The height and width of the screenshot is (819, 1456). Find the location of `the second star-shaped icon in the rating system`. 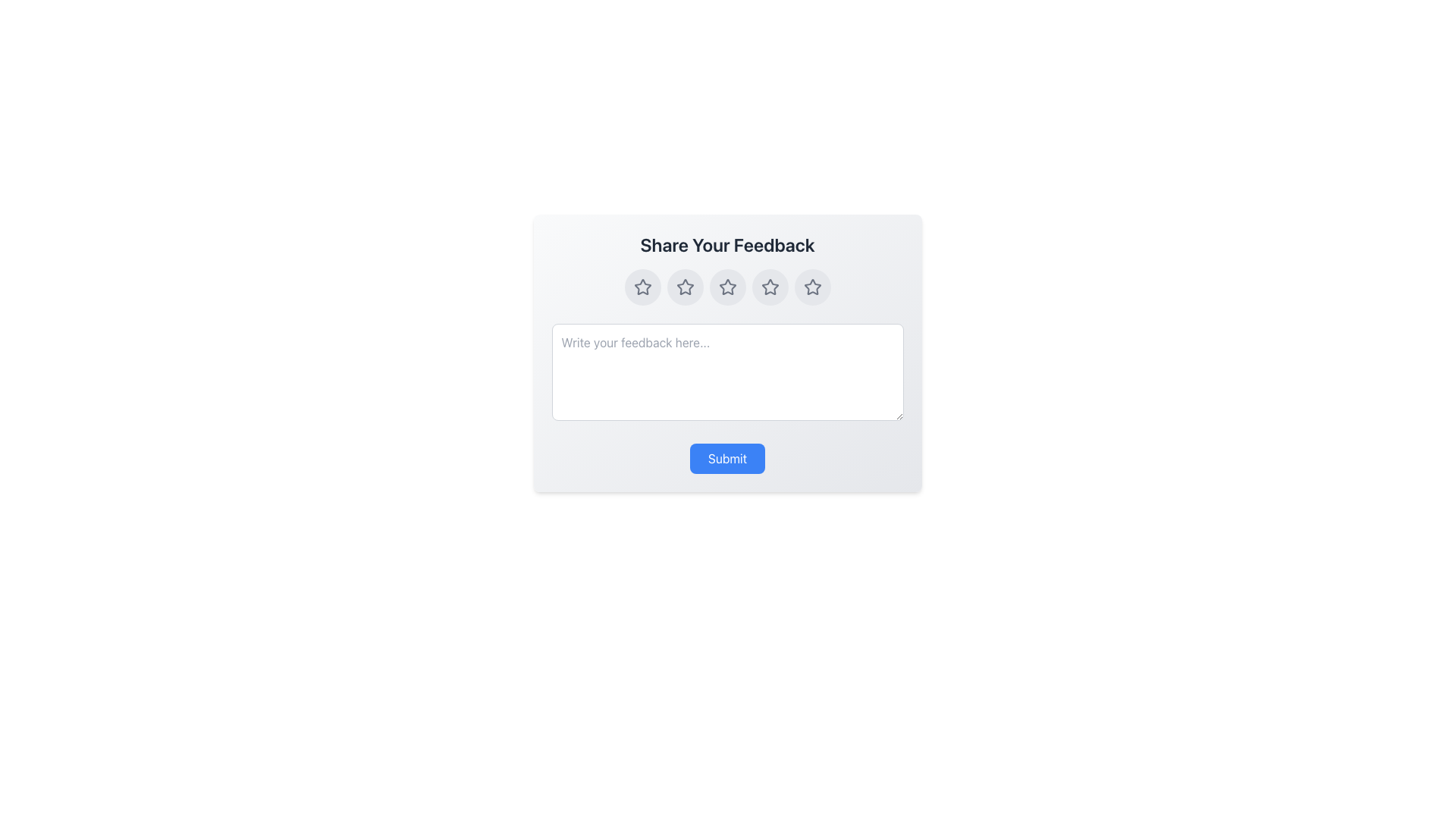

the second star-shaped icon in the rating system is located at coordinates (684, 287).